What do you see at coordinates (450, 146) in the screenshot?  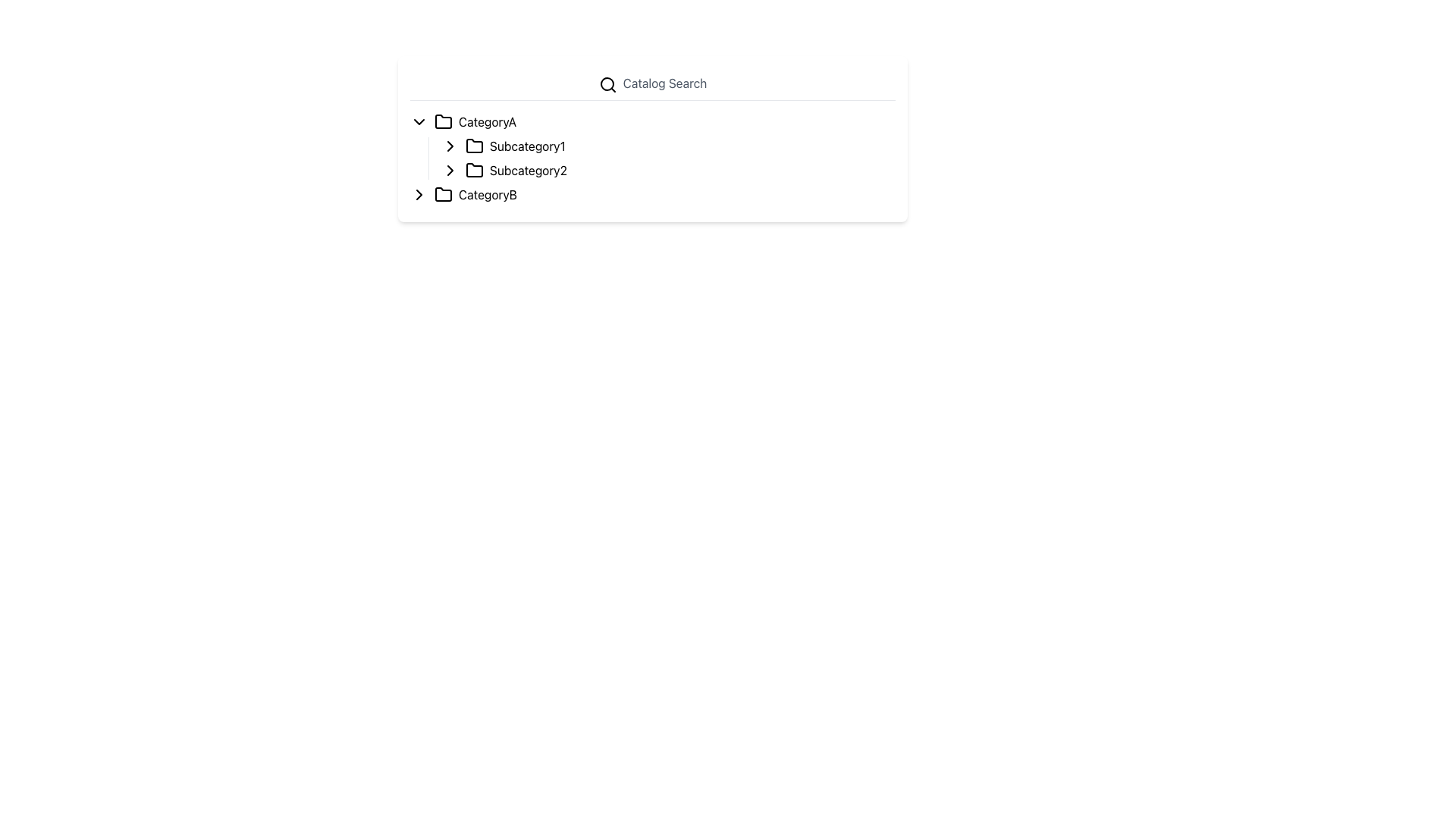 I see `the right-pointing chevron icon next to the 'Subcategory1' label under 'CategoryA'` at bounding box center [450, 146].